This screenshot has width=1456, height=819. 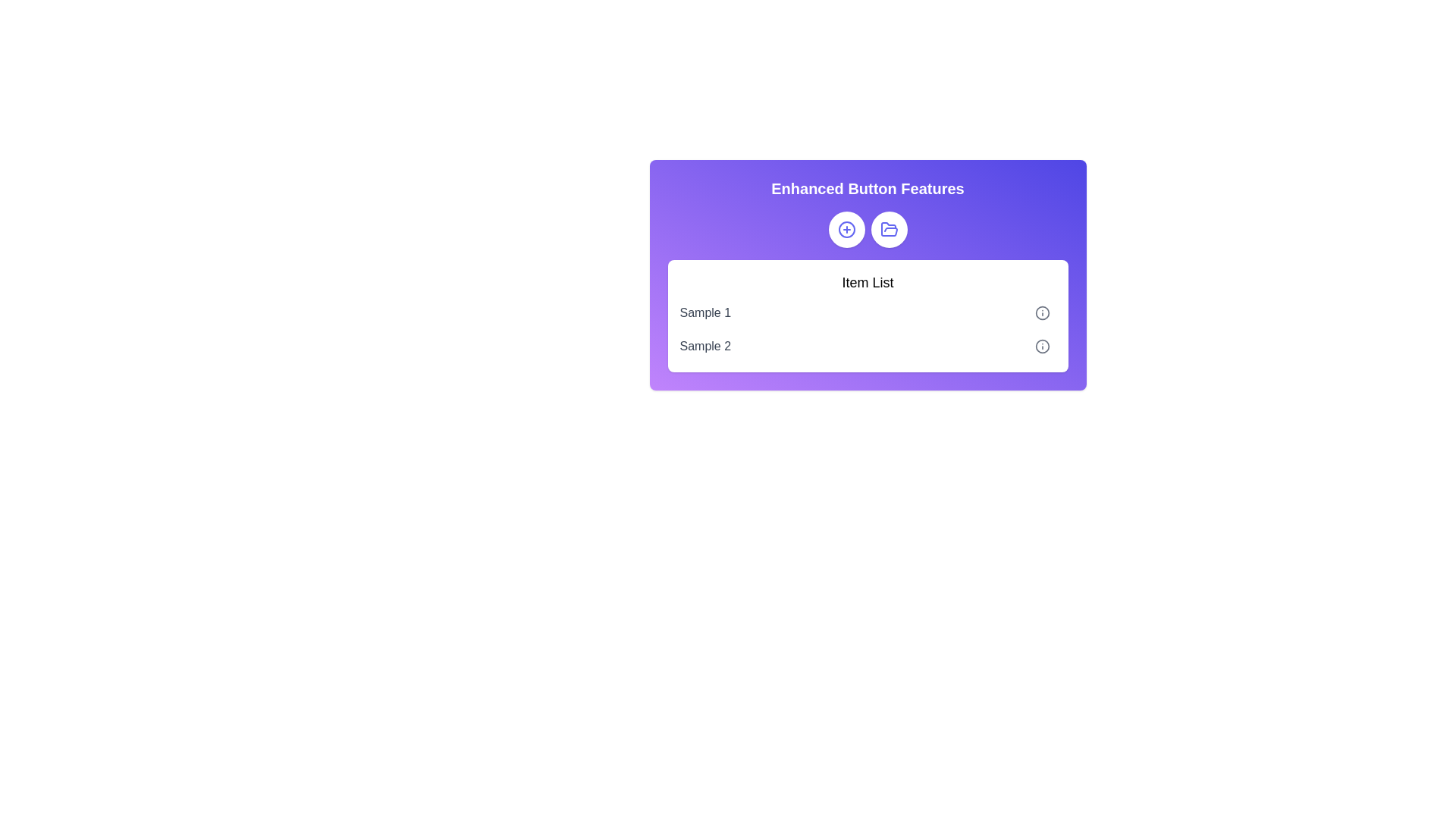 I want to click on the text label reading 'Sample 2' which is styled in dark gray and located within a white rectangular area, positioned below 'Sample 1', so click(x=704, y=346).